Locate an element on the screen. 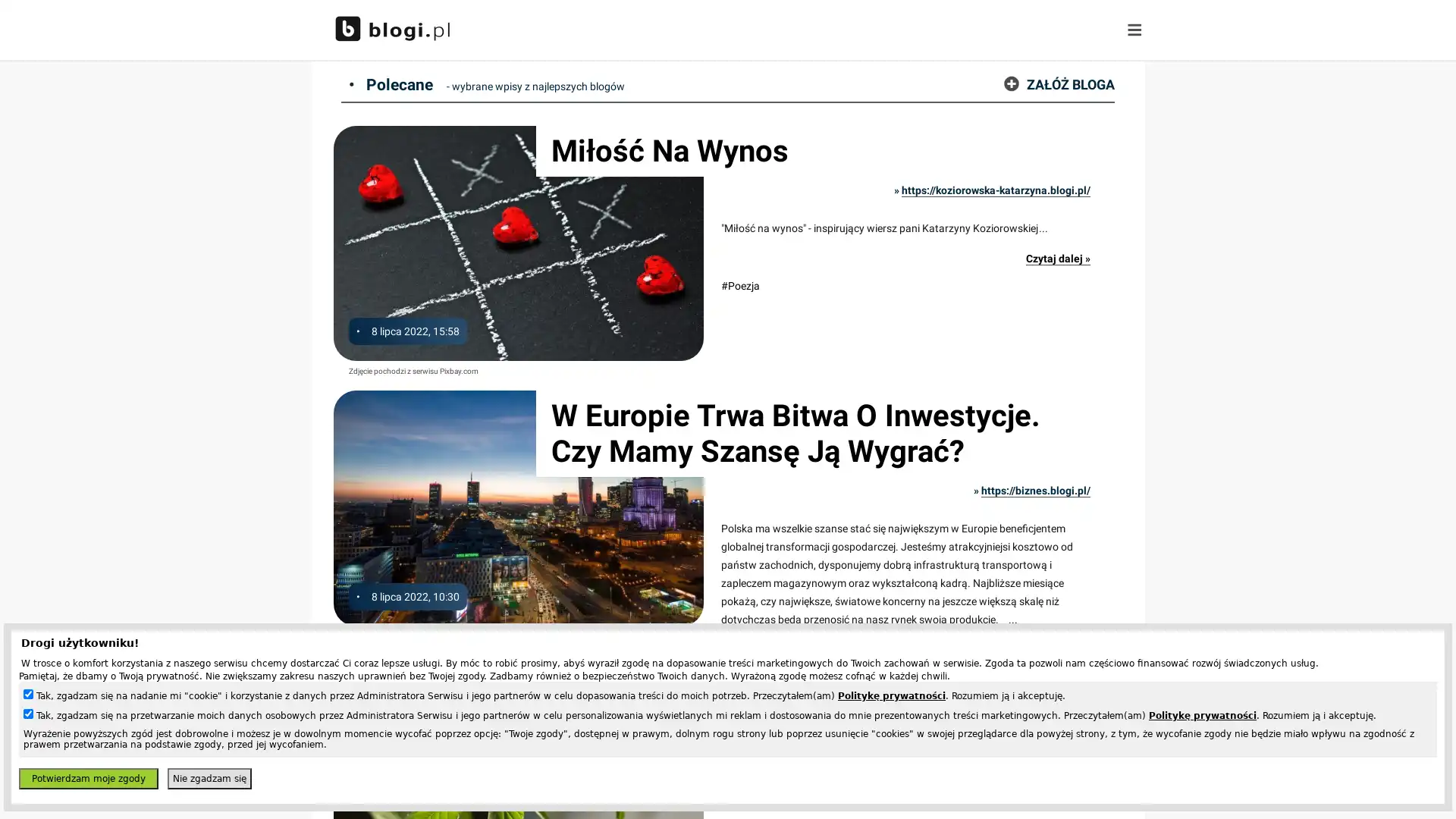  Nie zgadzam sie is located at coordinates (209, 778).